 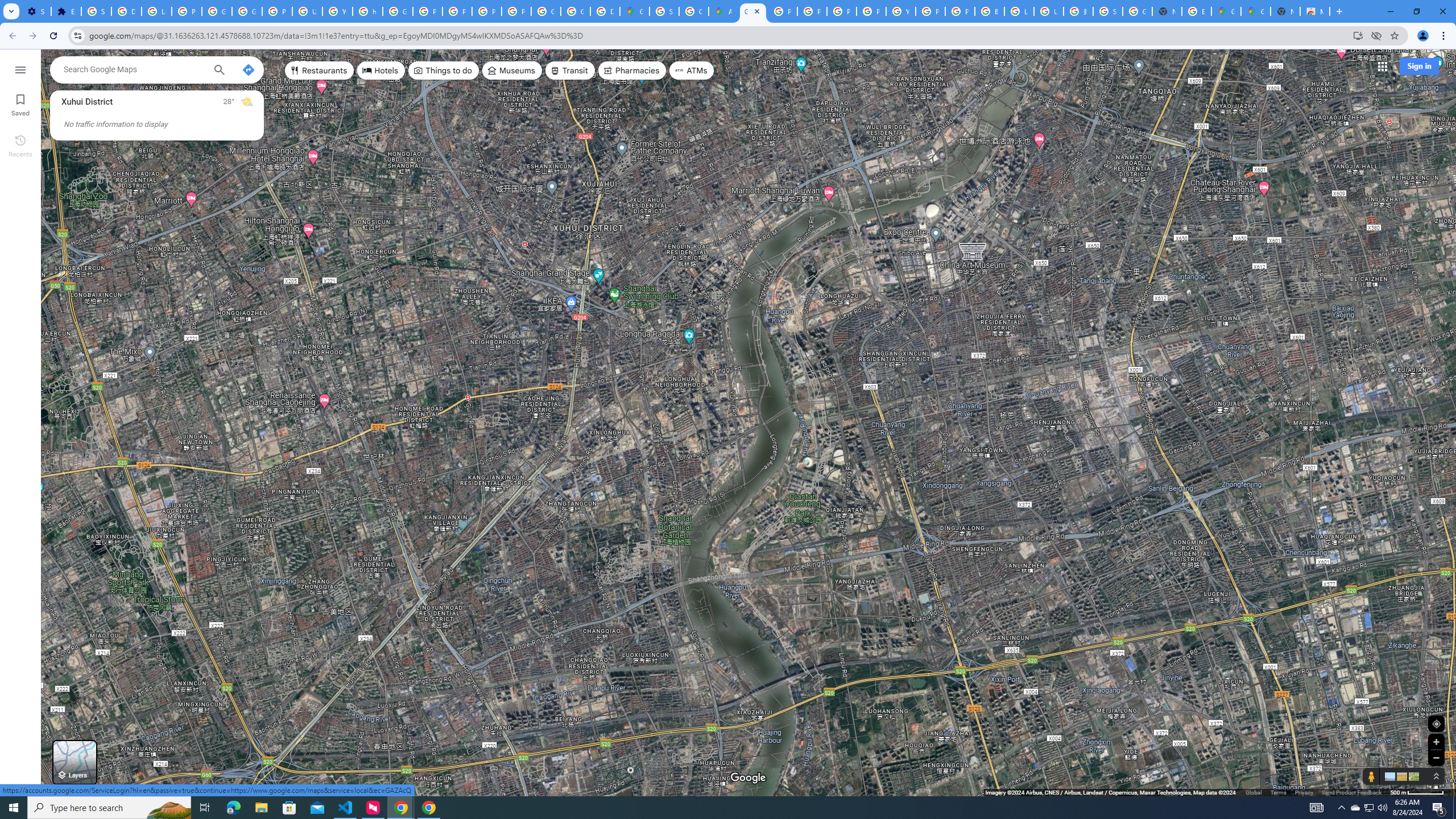 What do you see at coordinates (692, 69) in the screenshot?
I see `'ATMs'` at bounding box center [692, 69].